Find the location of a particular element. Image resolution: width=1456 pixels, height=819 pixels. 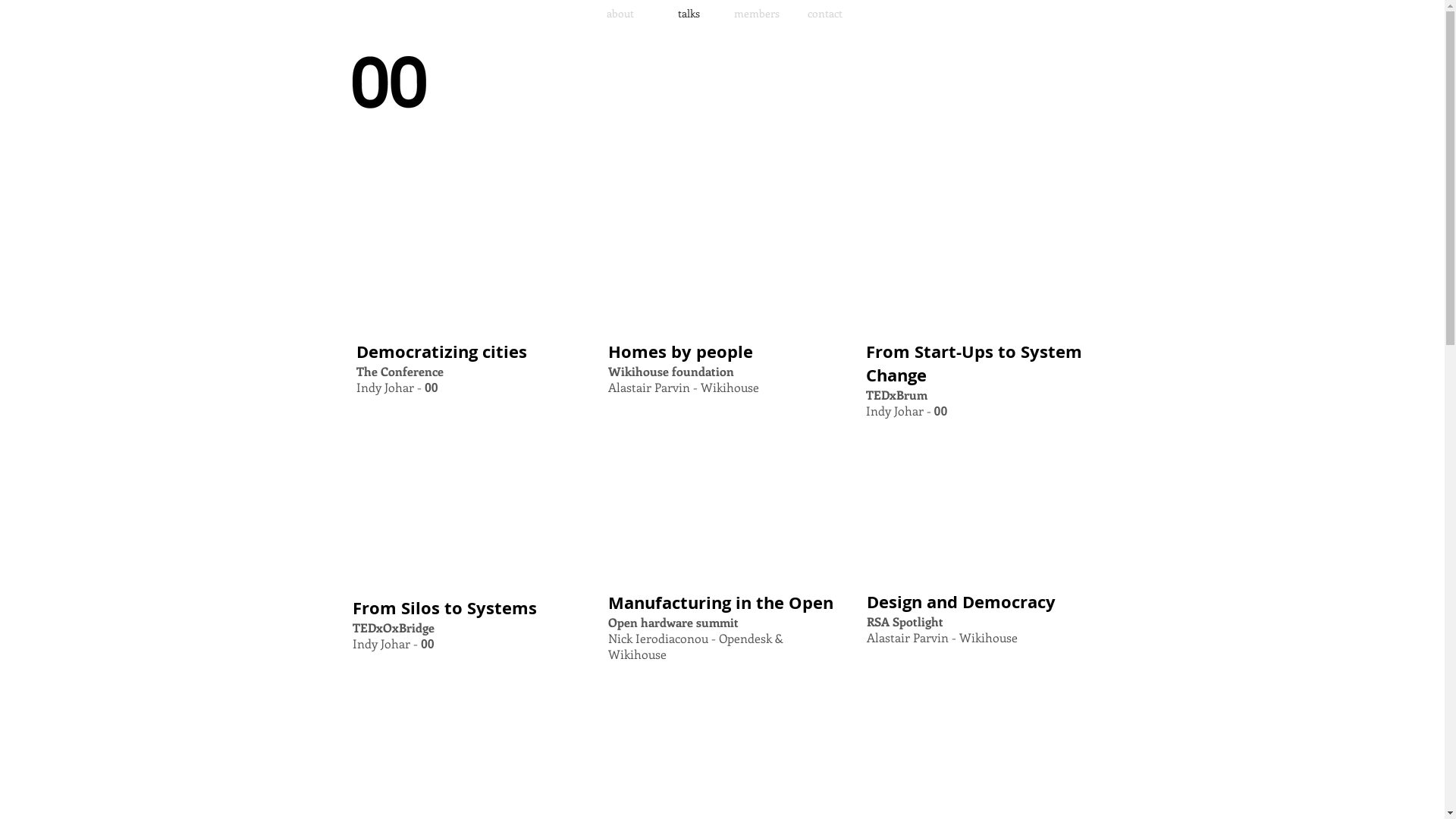

'External YouTube' is located at coordinates (607, 253).